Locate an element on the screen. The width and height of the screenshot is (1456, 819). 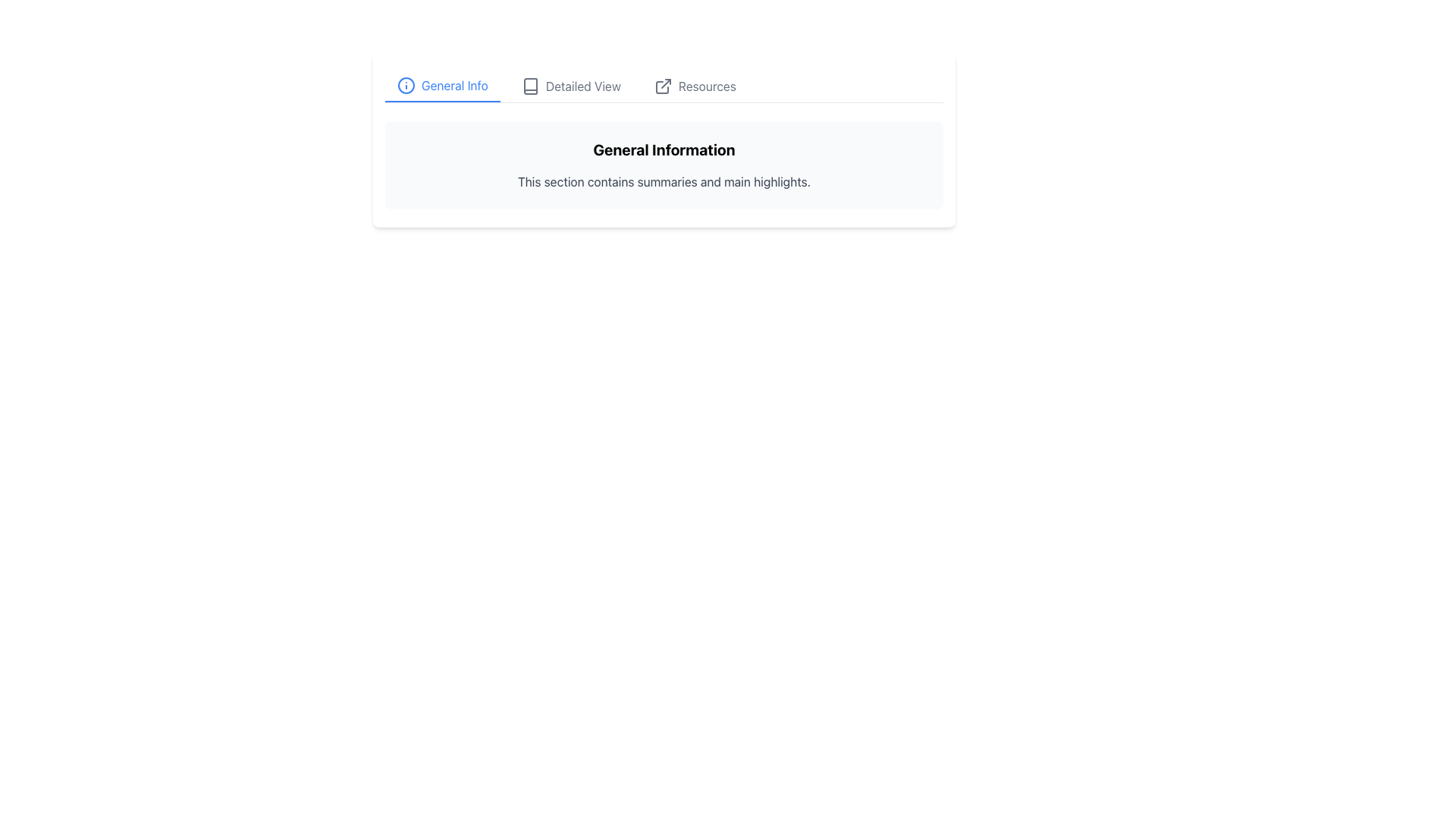
the 'Resources' text label at the far-right position of the menu bar is located at coordinates (706, 86).